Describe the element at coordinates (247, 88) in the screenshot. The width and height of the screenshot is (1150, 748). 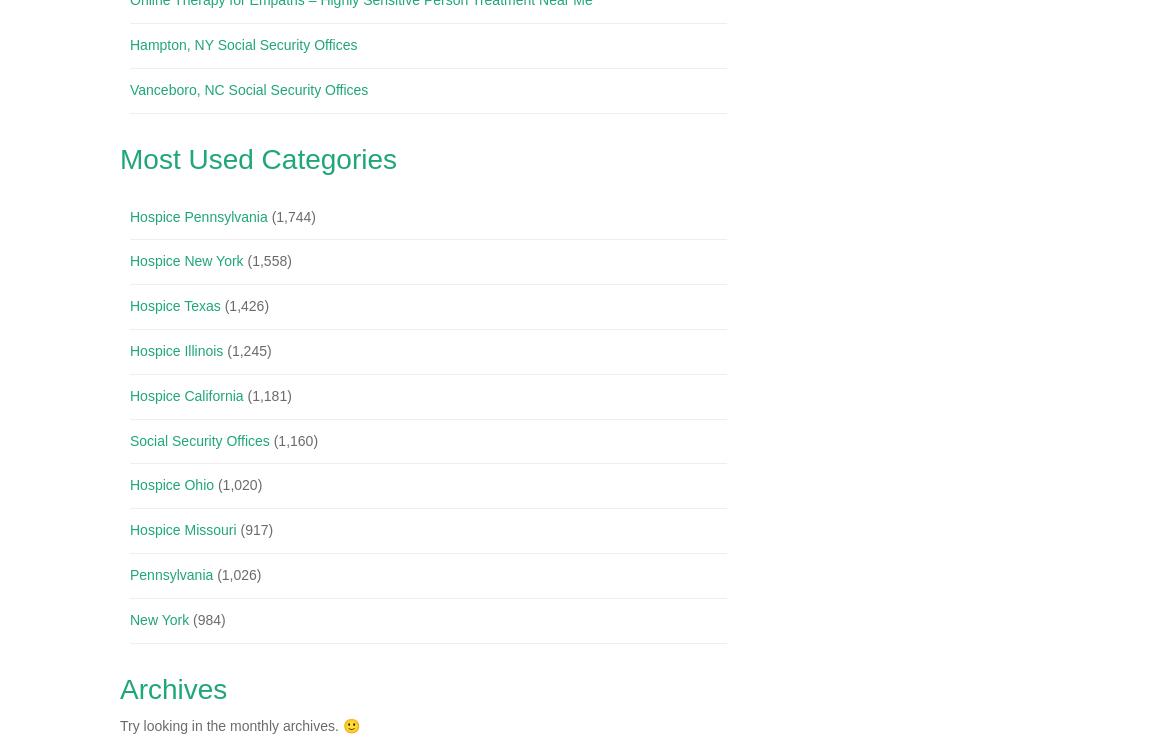
I see `'Vanceboro, NC Social Security Offices'` at that location.